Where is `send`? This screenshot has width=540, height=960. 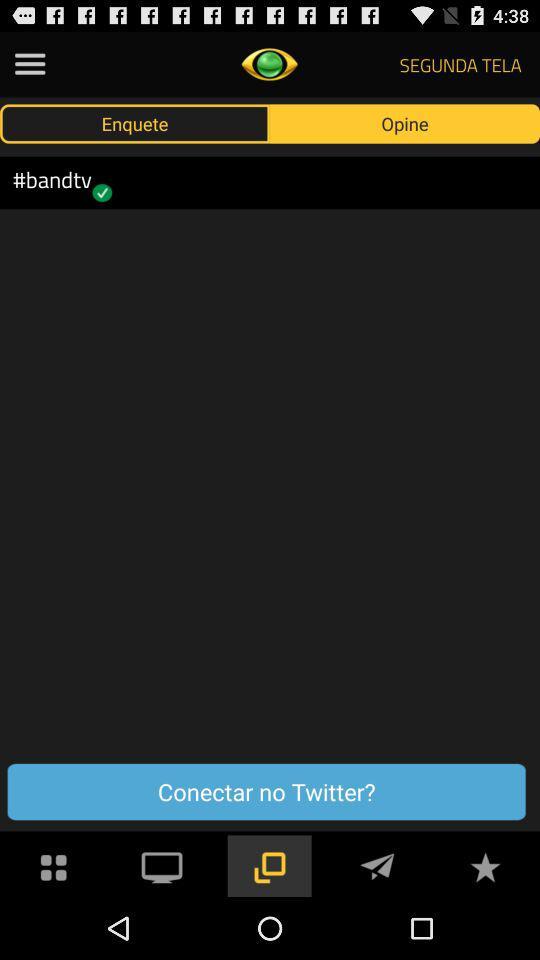
send is located at coordinates (377, 864).